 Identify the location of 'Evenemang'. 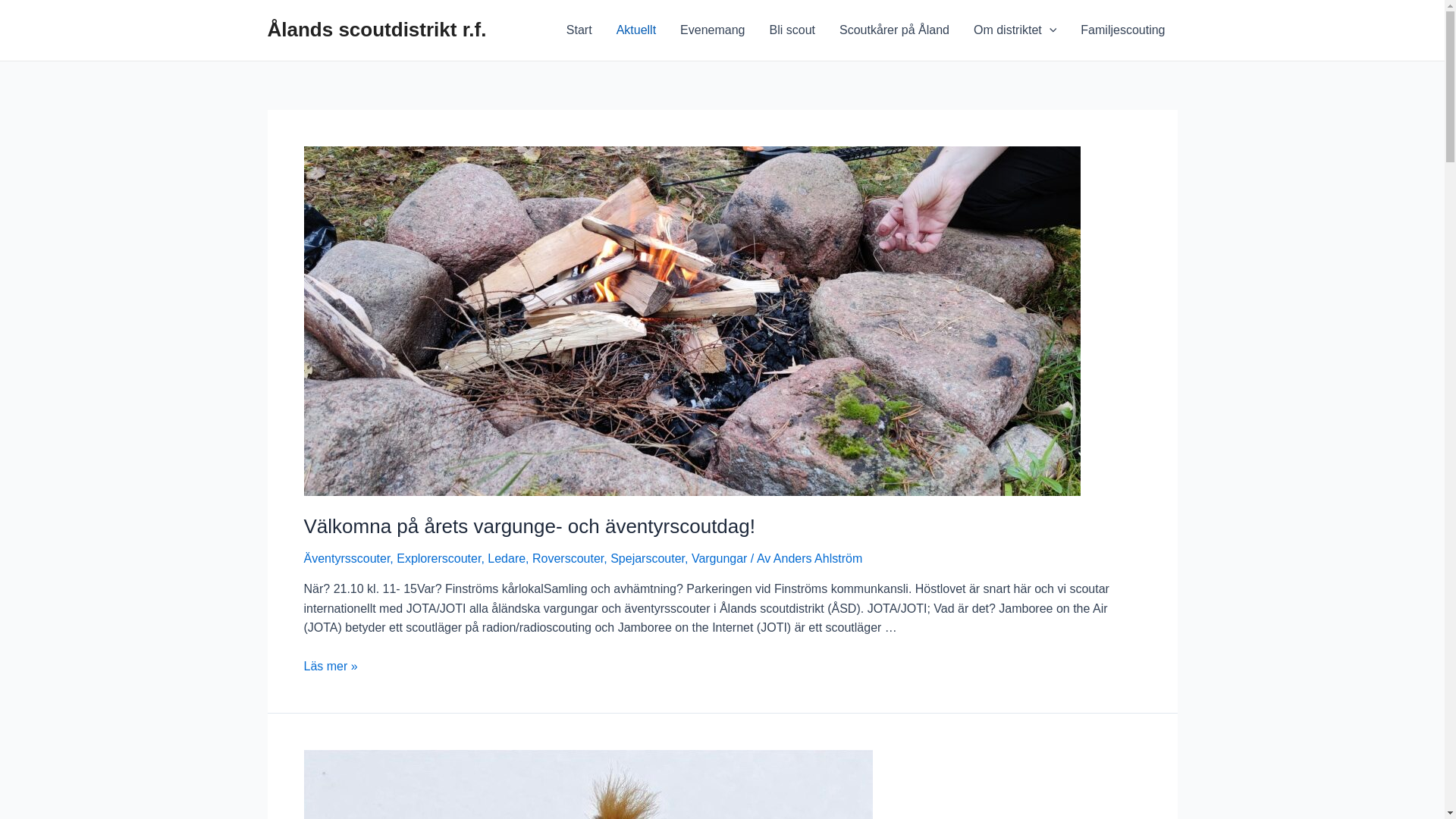
(711, 30).